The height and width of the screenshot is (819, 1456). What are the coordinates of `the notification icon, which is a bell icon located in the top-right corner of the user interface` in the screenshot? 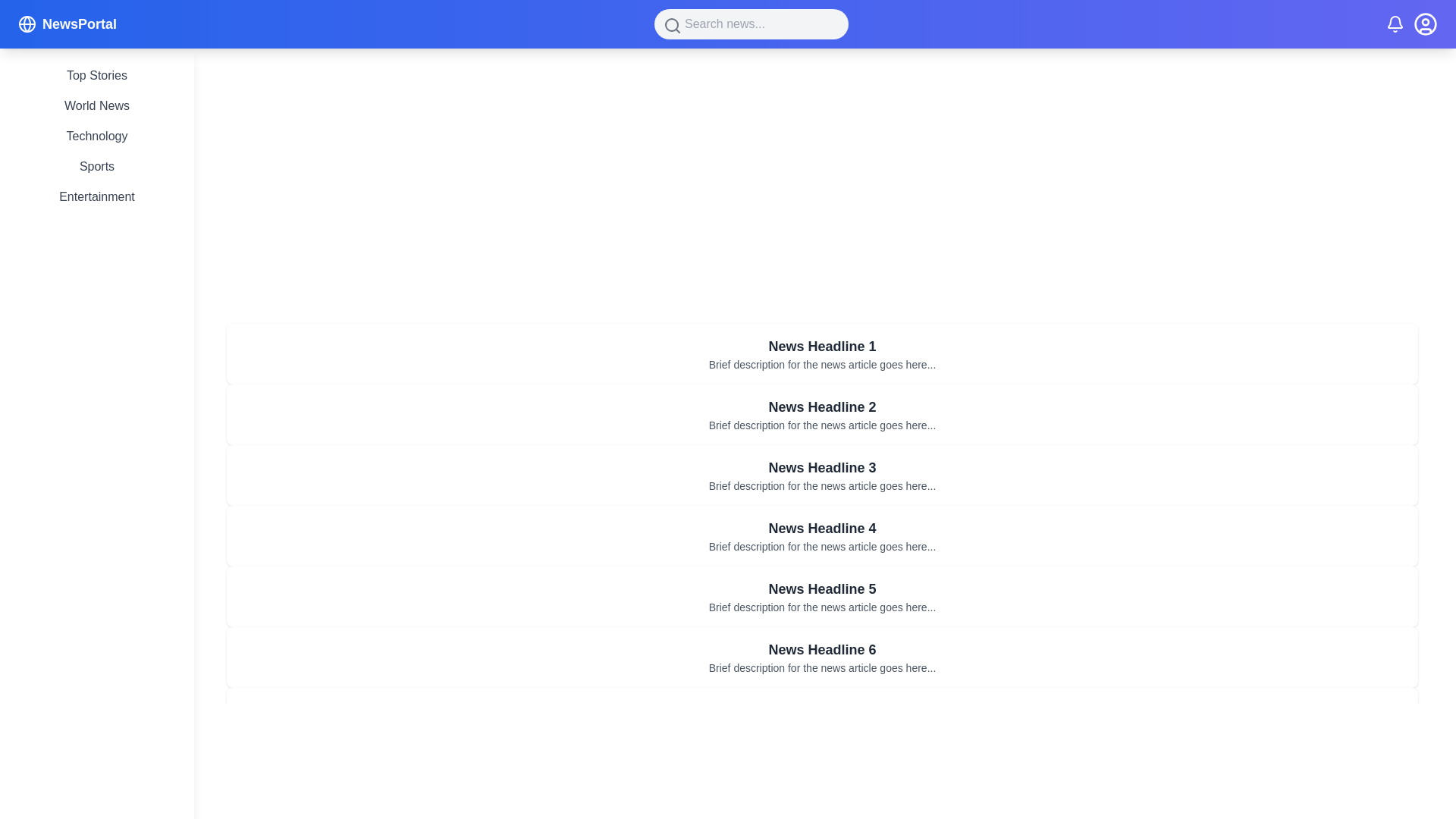 It's located at (1395, 24).